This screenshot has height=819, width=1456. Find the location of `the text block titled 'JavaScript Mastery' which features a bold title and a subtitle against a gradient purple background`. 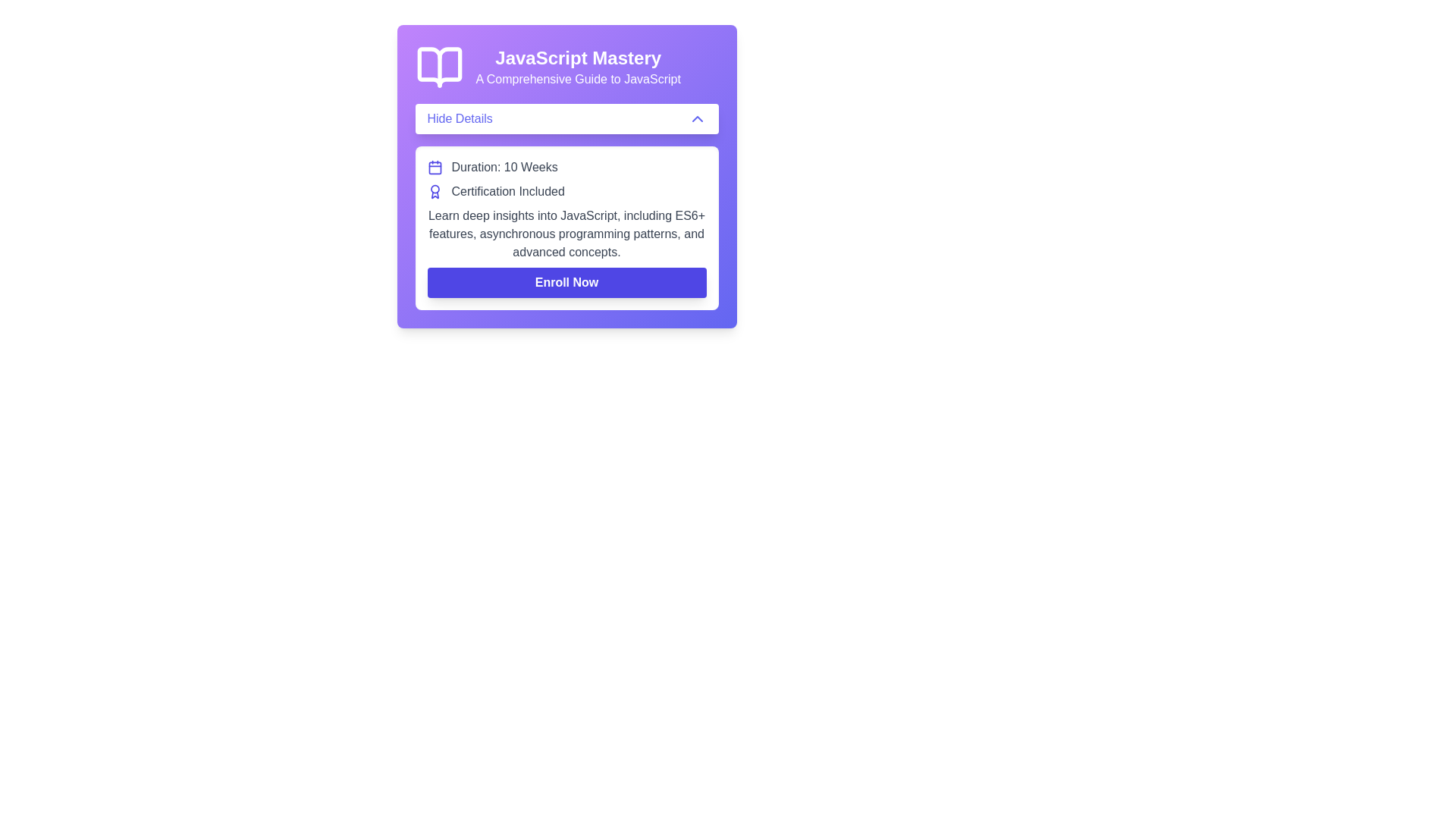

the text block titled 'JavaScript Mastery' which features a bold title and a subtitle against a gradient purple background is located at coordinates (577, 66).